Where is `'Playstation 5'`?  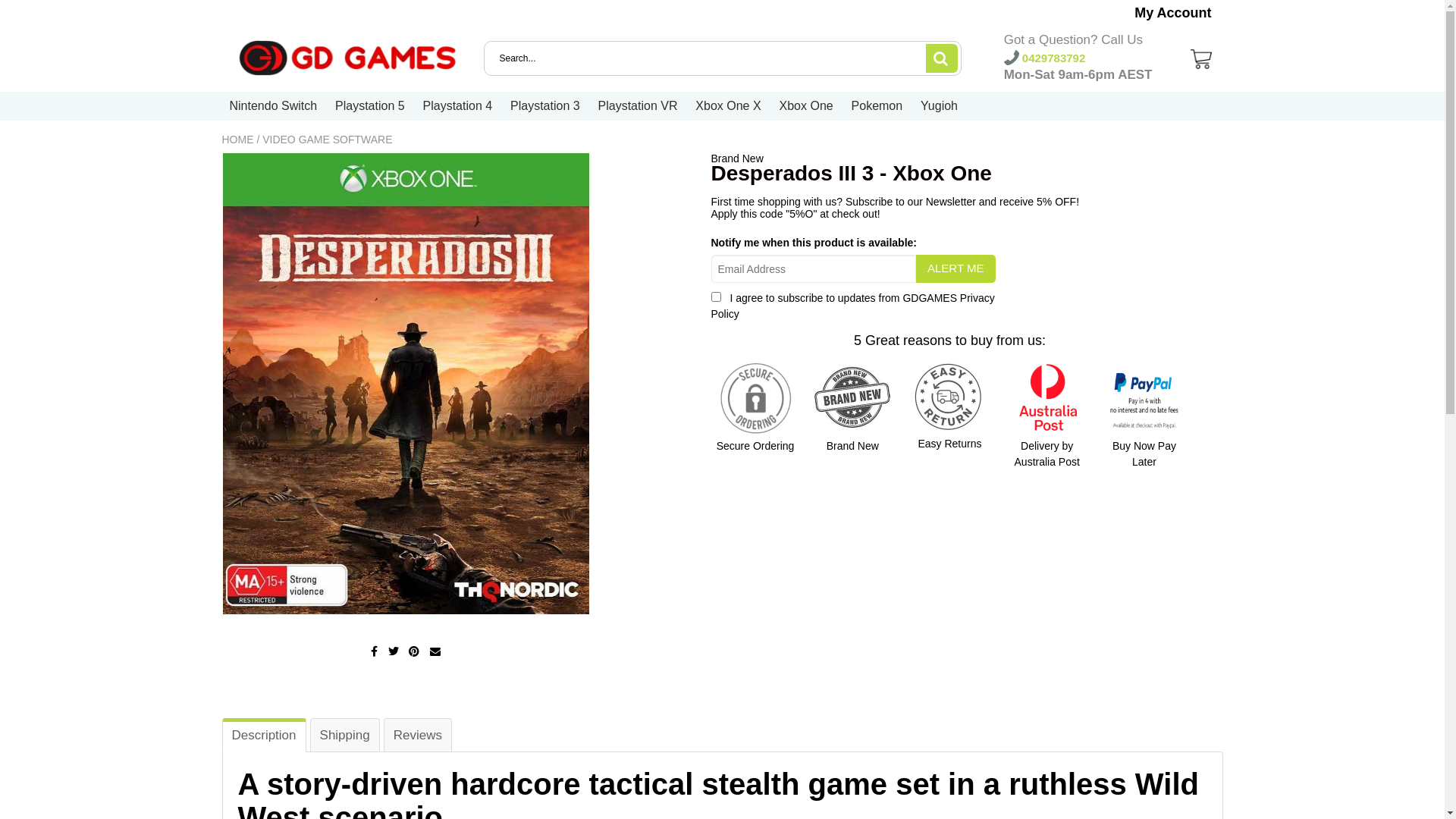 'Playstation 5' is located at coordinates (370, 105).